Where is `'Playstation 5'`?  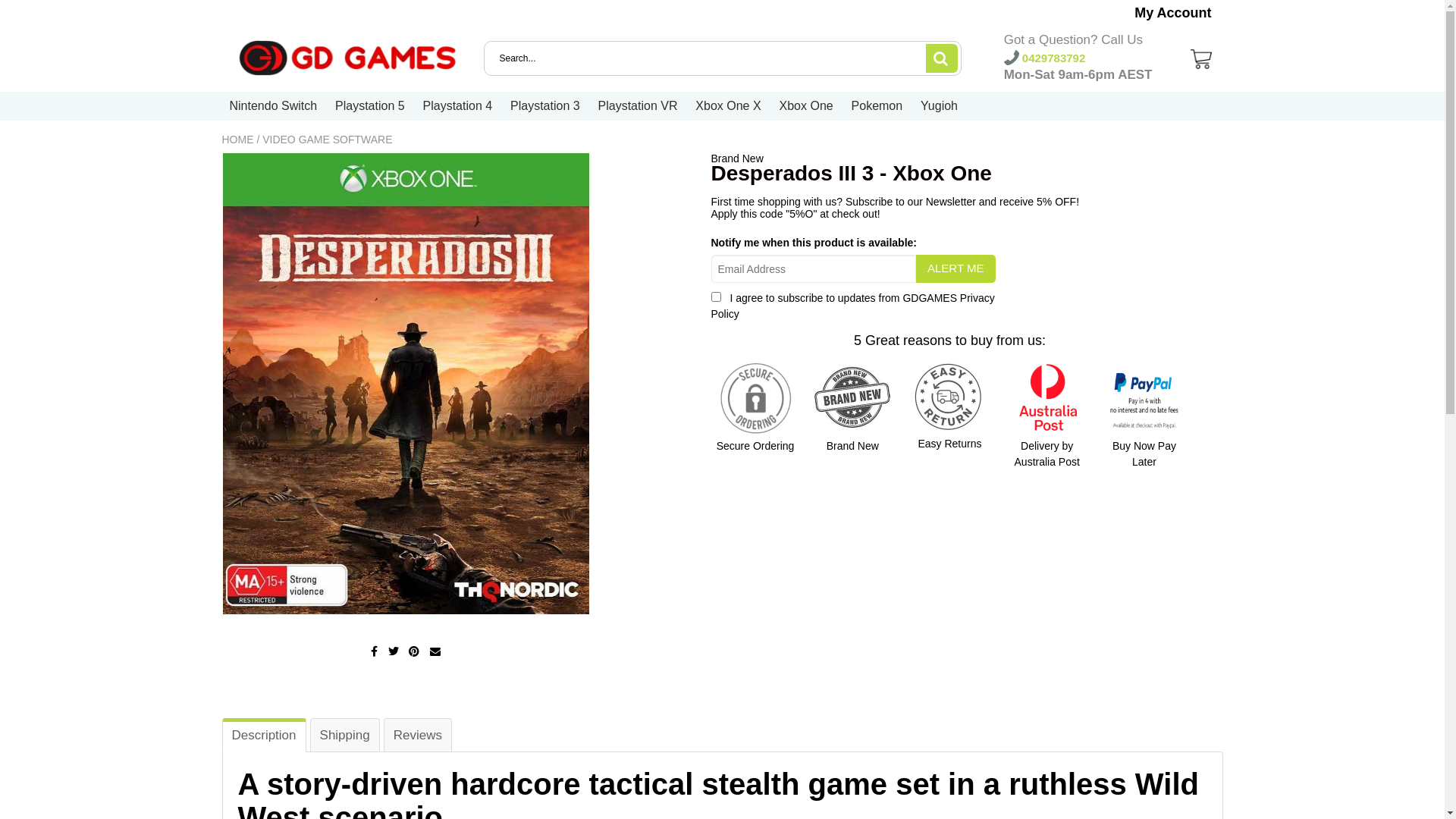 'Playstation 5' is located at coordinates (370, 105).